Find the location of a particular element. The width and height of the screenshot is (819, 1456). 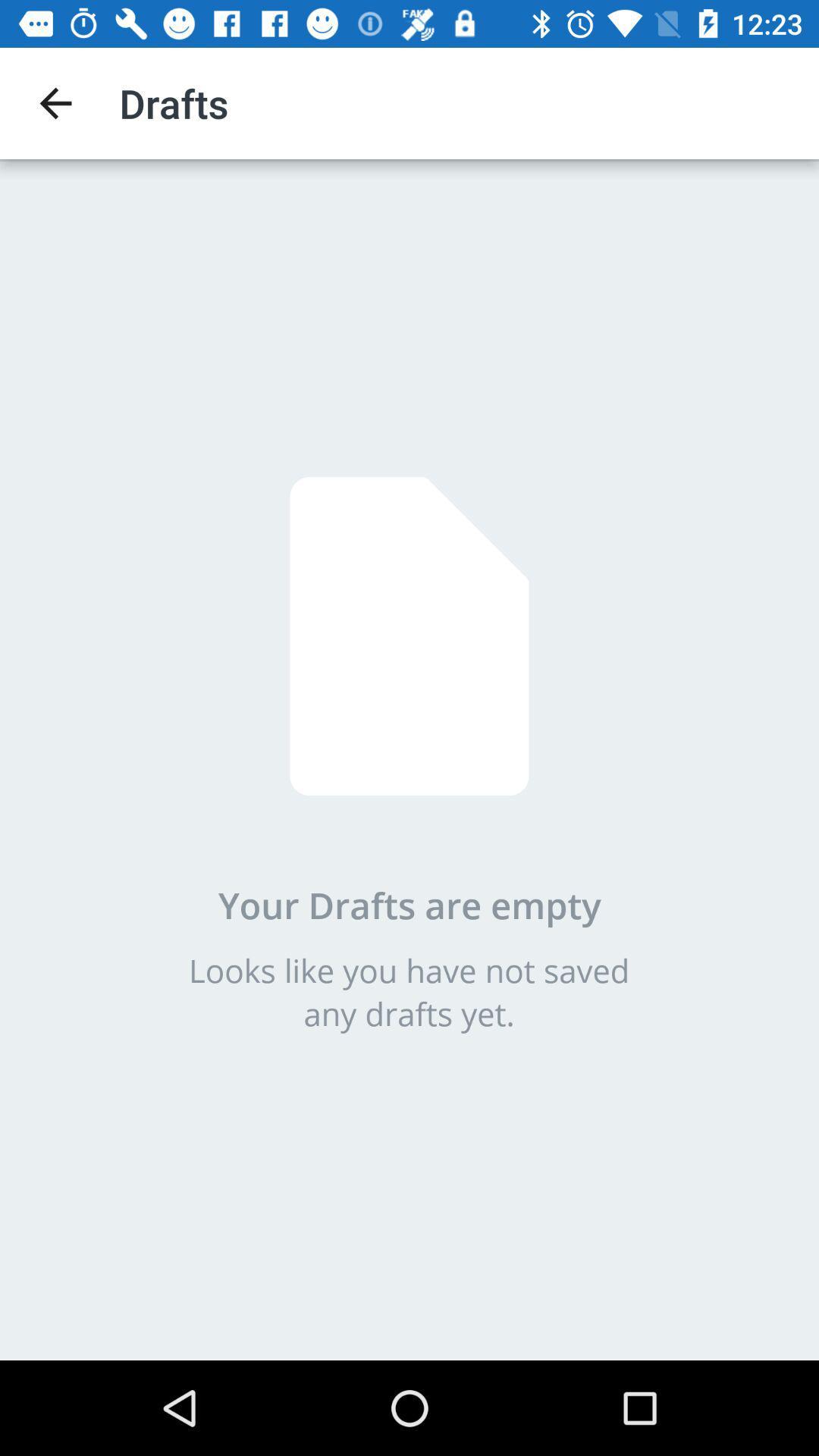

the item next to drafts icon is located at coordinates (55, 102).